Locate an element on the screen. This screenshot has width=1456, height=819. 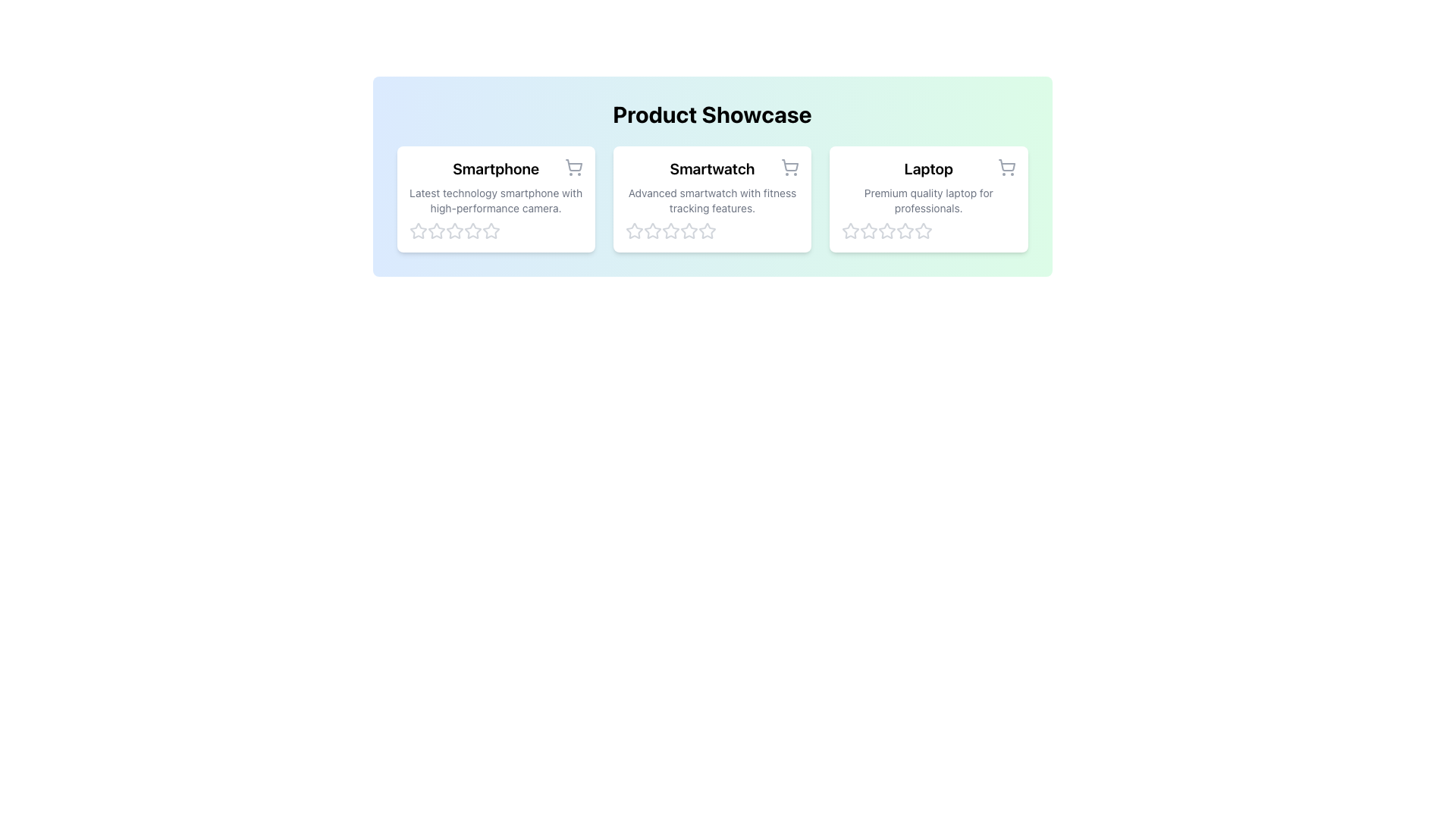
the first star icon is located at coordinates (418, 231).